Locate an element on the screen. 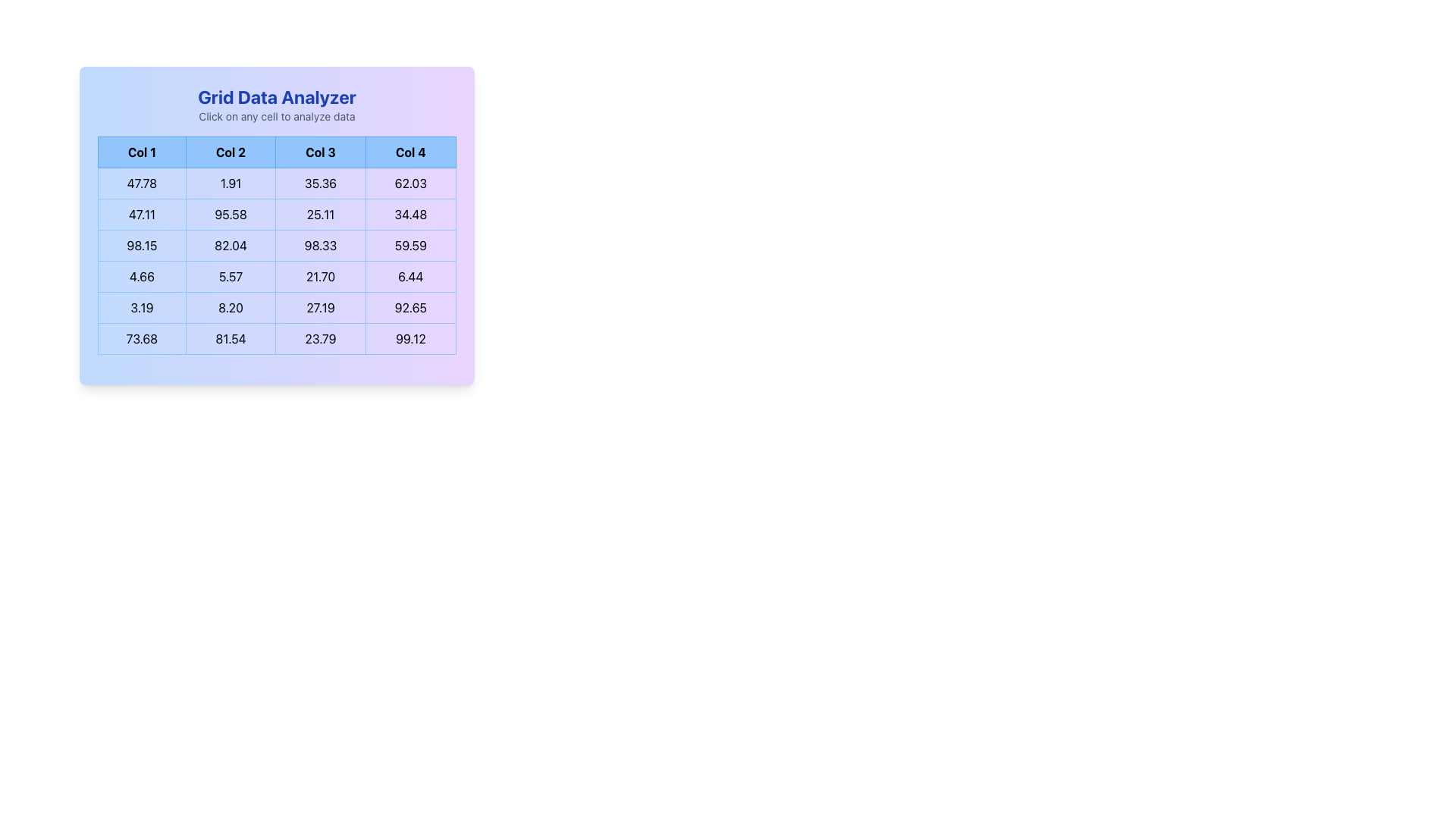 This screenshot has height=819, width=1456. the leftmost Text Display Cell in the bottom-left corner of the grid labeled 'Grid Data Analyzer' is located at coordinates (142, 338).